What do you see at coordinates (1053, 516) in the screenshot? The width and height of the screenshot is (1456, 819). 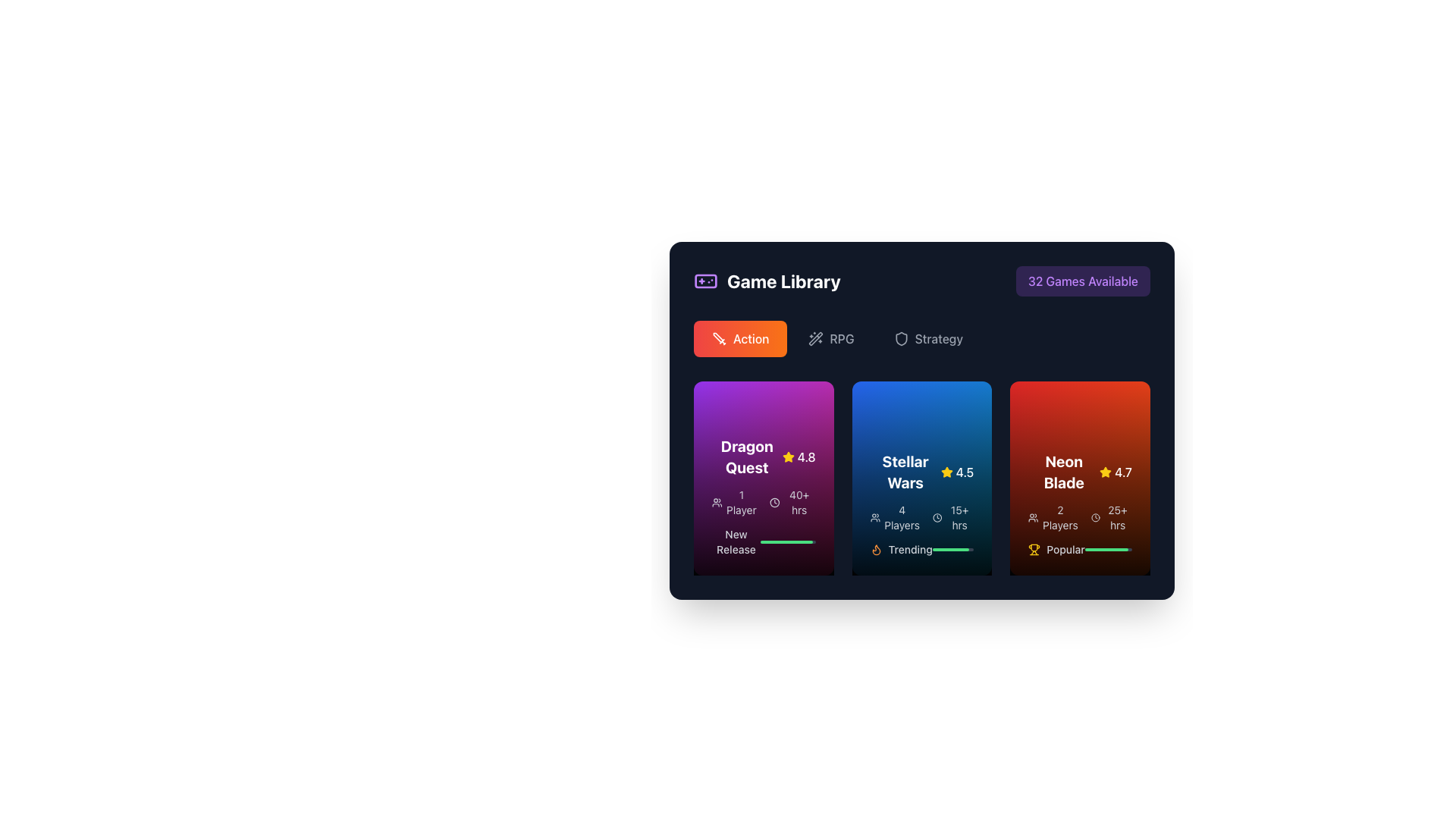 I see `informational text indicating the number of players supported by the 'Neon Blade' game, located in the lower-middle area of the red card` at bounding box center [1053, 516].